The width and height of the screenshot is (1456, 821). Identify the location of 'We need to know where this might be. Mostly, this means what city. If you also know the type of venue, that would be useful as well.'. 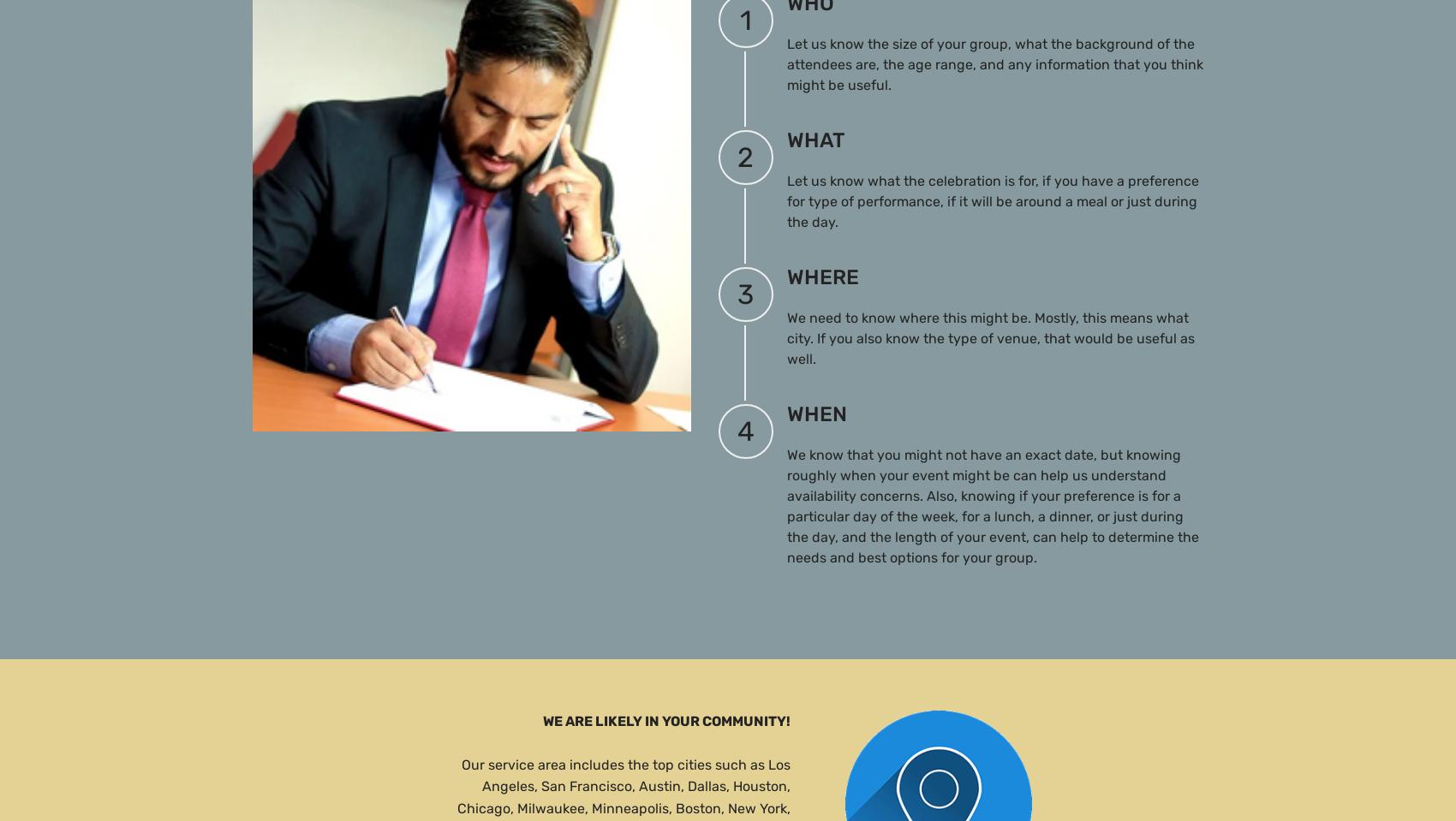
(990, 337).